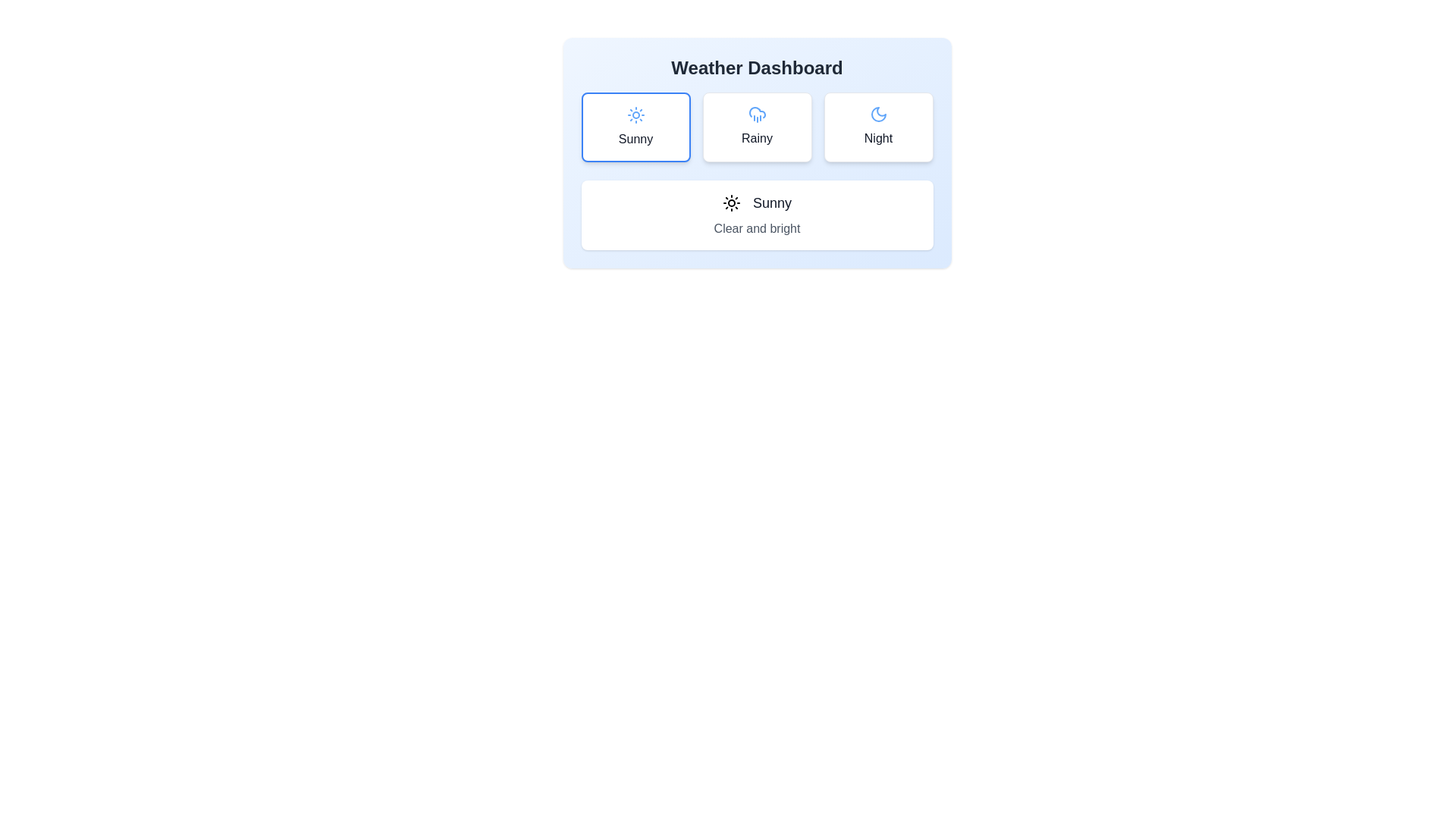 This screenshot has height=819, width=1456. I want to click on the text label displaying 'Clear and bright' which is styled with a small size and light gray color, located below the header 'Sunny' in the card component, so click(757, 228).